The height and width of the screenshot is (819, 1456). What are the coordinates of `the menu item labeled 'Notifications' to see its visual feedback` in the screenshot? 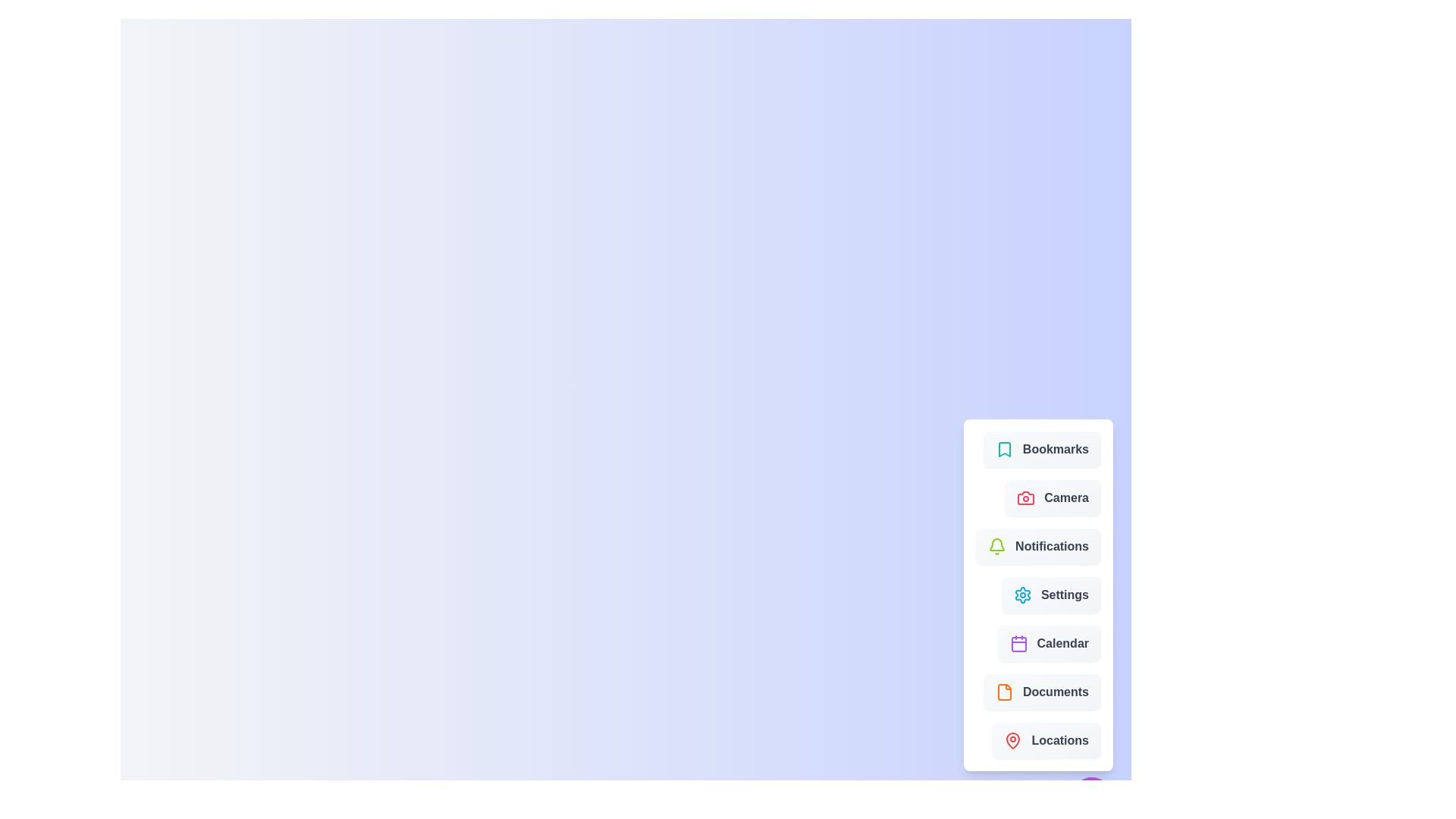 It's located at (1037, 547).